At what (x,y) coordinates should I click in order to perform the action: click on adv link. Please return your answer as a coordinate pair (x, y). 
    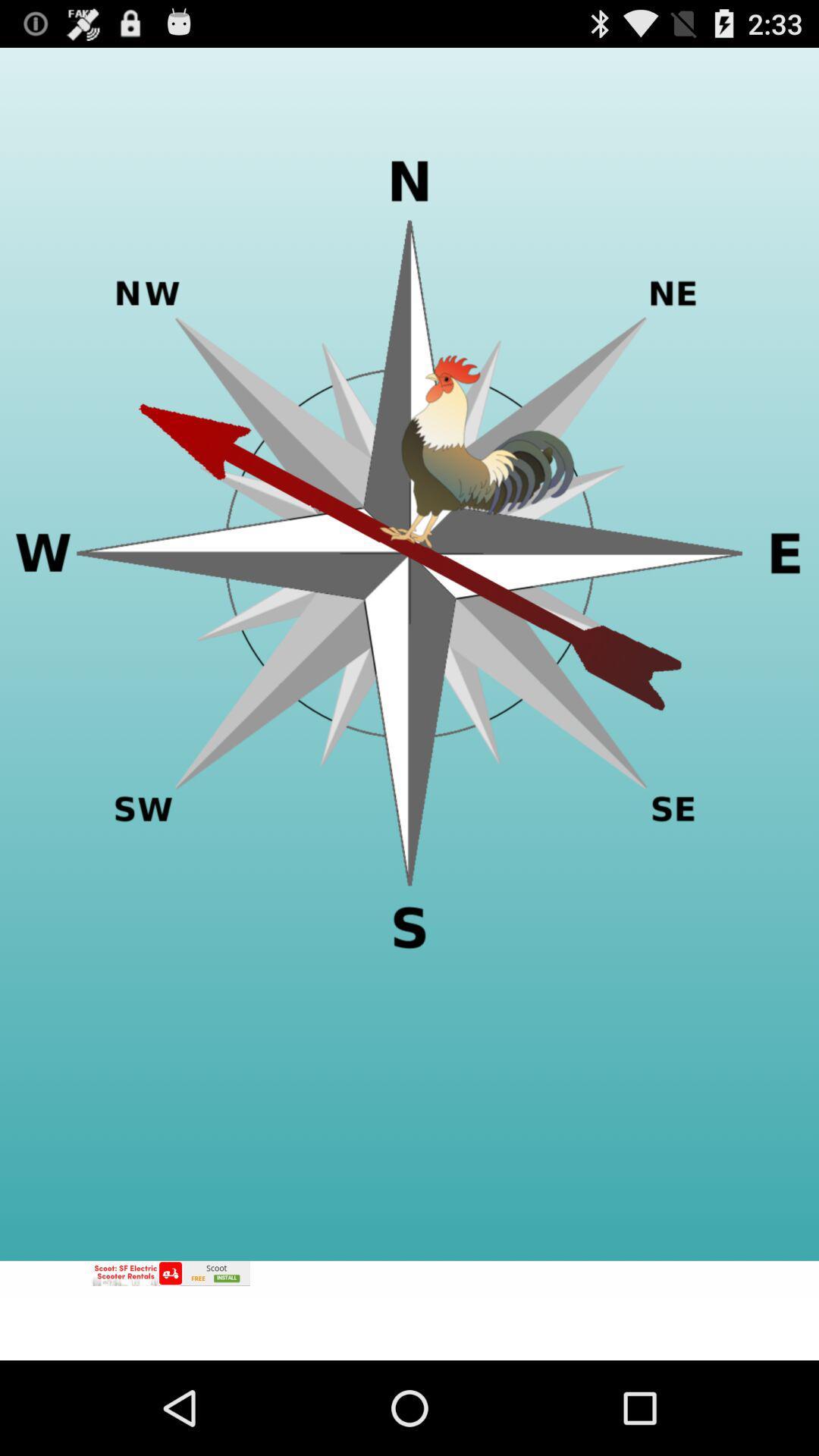
    Looking at the image, I should click on (409, 1310).